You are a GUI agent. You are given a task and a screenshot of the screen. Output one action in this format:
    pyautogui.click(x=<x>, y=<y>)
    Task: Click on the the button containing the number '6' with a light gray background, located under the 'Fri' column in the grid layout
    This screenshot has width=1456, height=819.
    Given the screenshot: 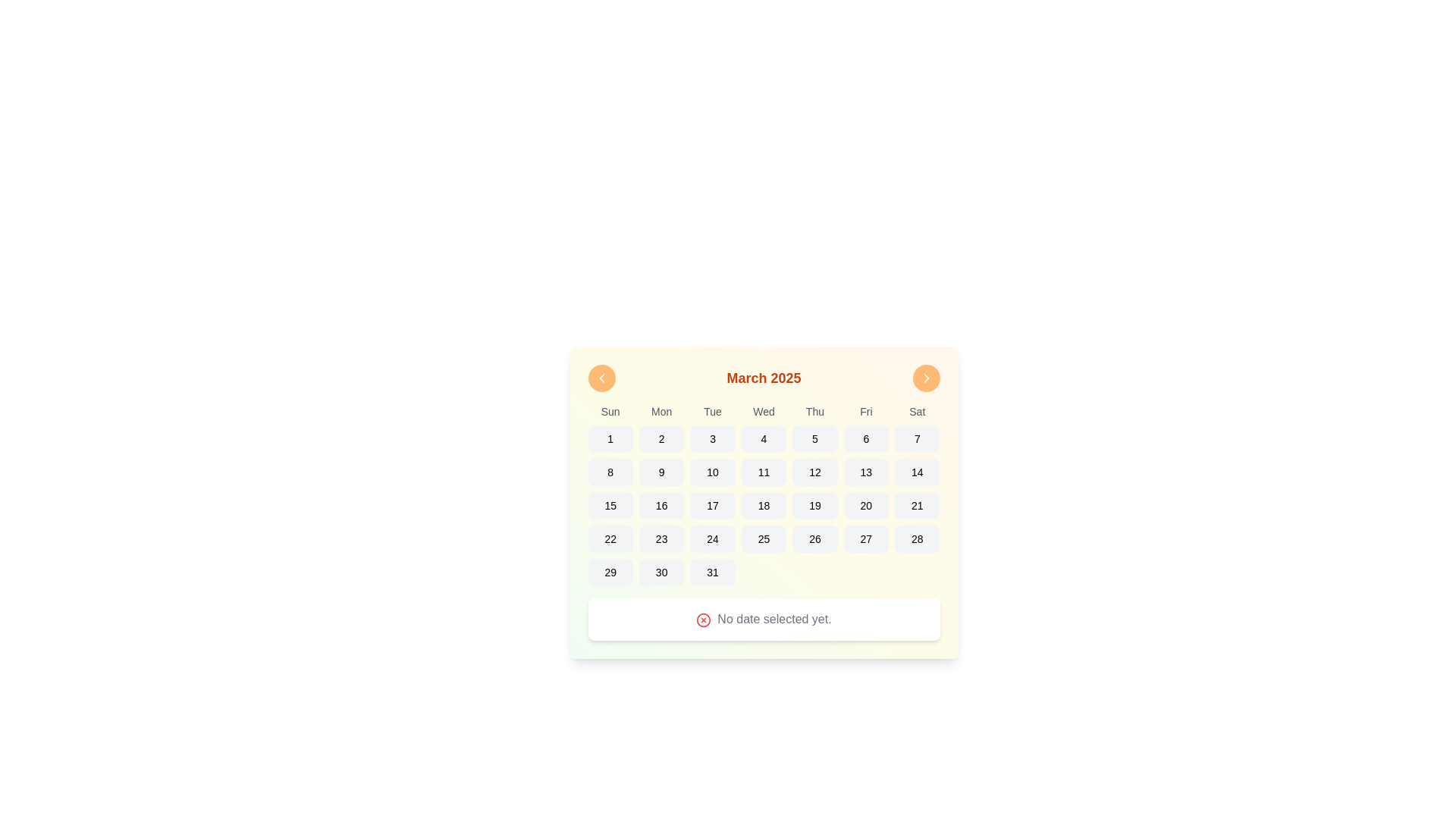 What is the action you would take?
    pyautogui.click(x=866, y=438)
    